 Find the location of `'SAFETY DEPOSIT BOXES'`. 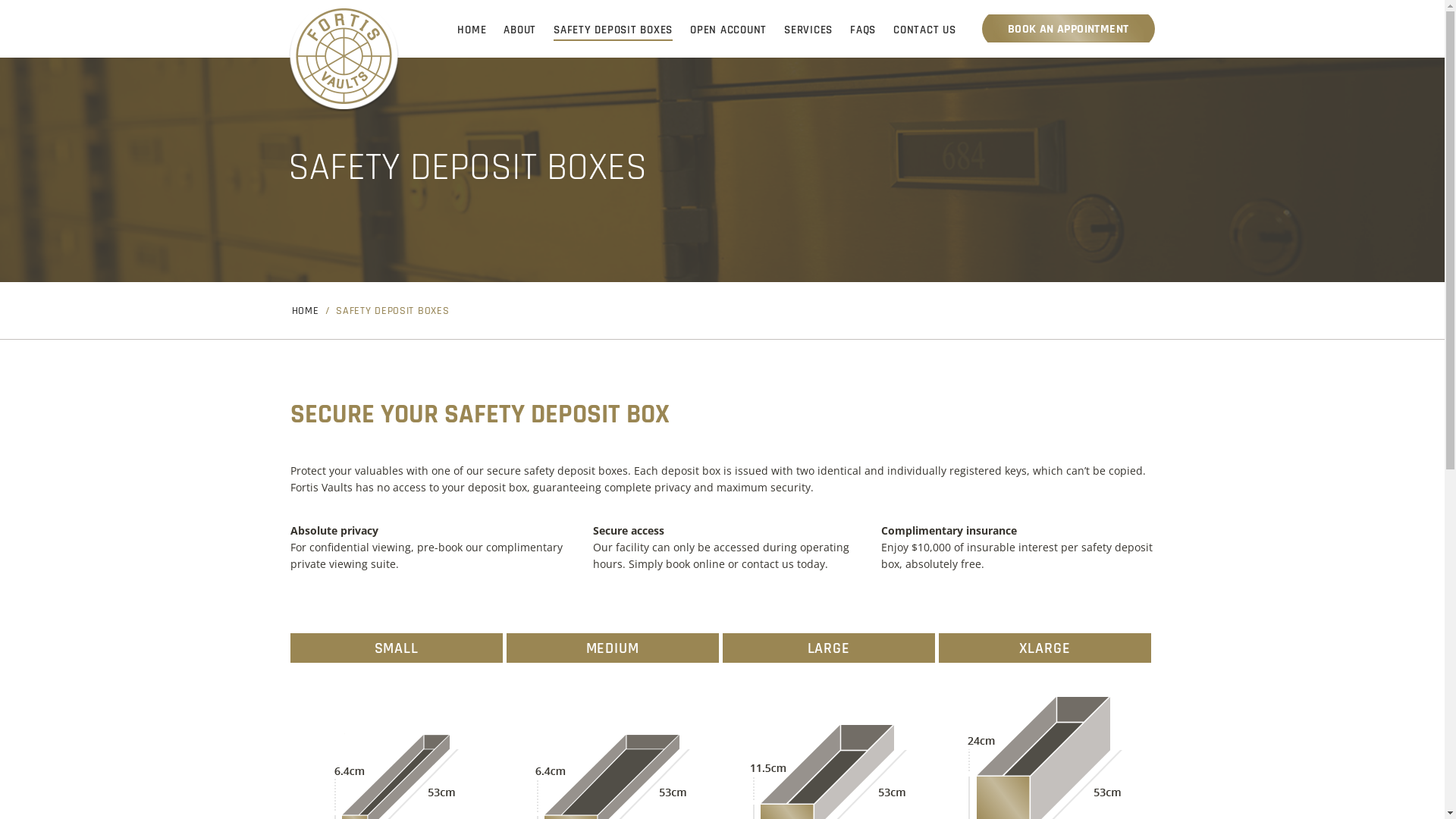

'SAFETY DEPOSIT BOXES' is located at coordinates (613, 30).